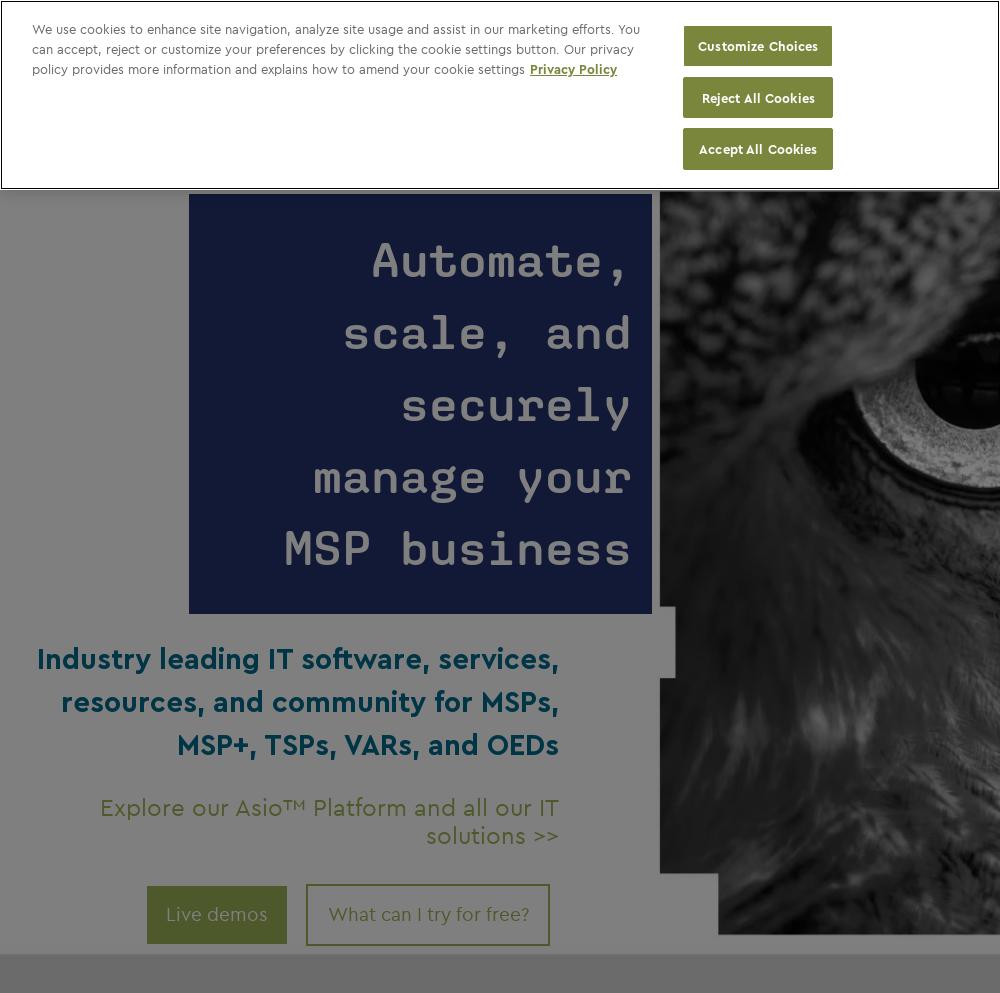 The width and height of the screenshot is (1000, 993). What do you see at coordinates (427, 914) in the screenshot?
I see `'What can I try for free?'` at bounding box center [427, 914].